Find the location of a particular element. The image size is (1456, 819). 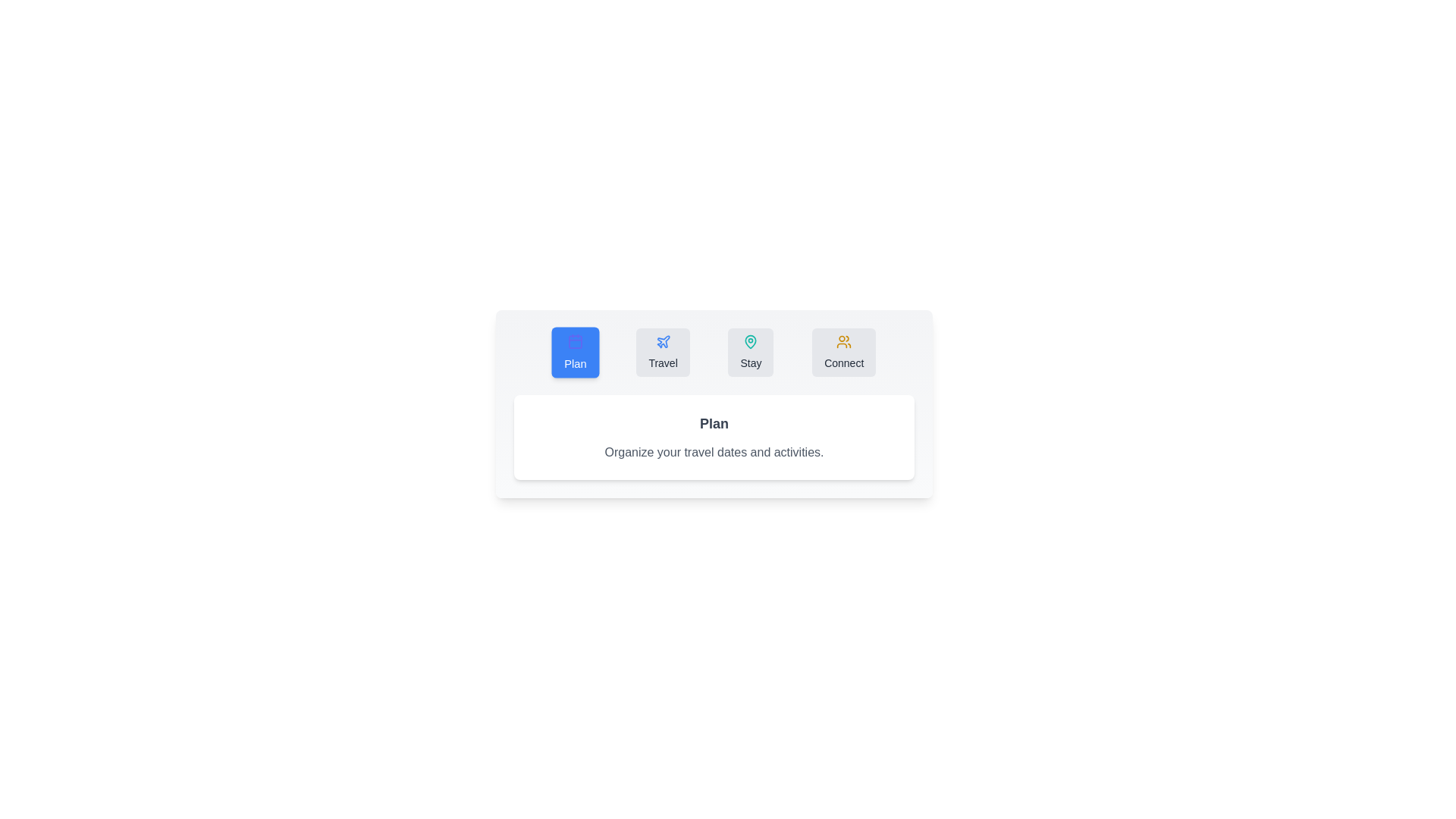

the tab labeled 'Plan' to preview its hover state is located at coordinates (574, 353).